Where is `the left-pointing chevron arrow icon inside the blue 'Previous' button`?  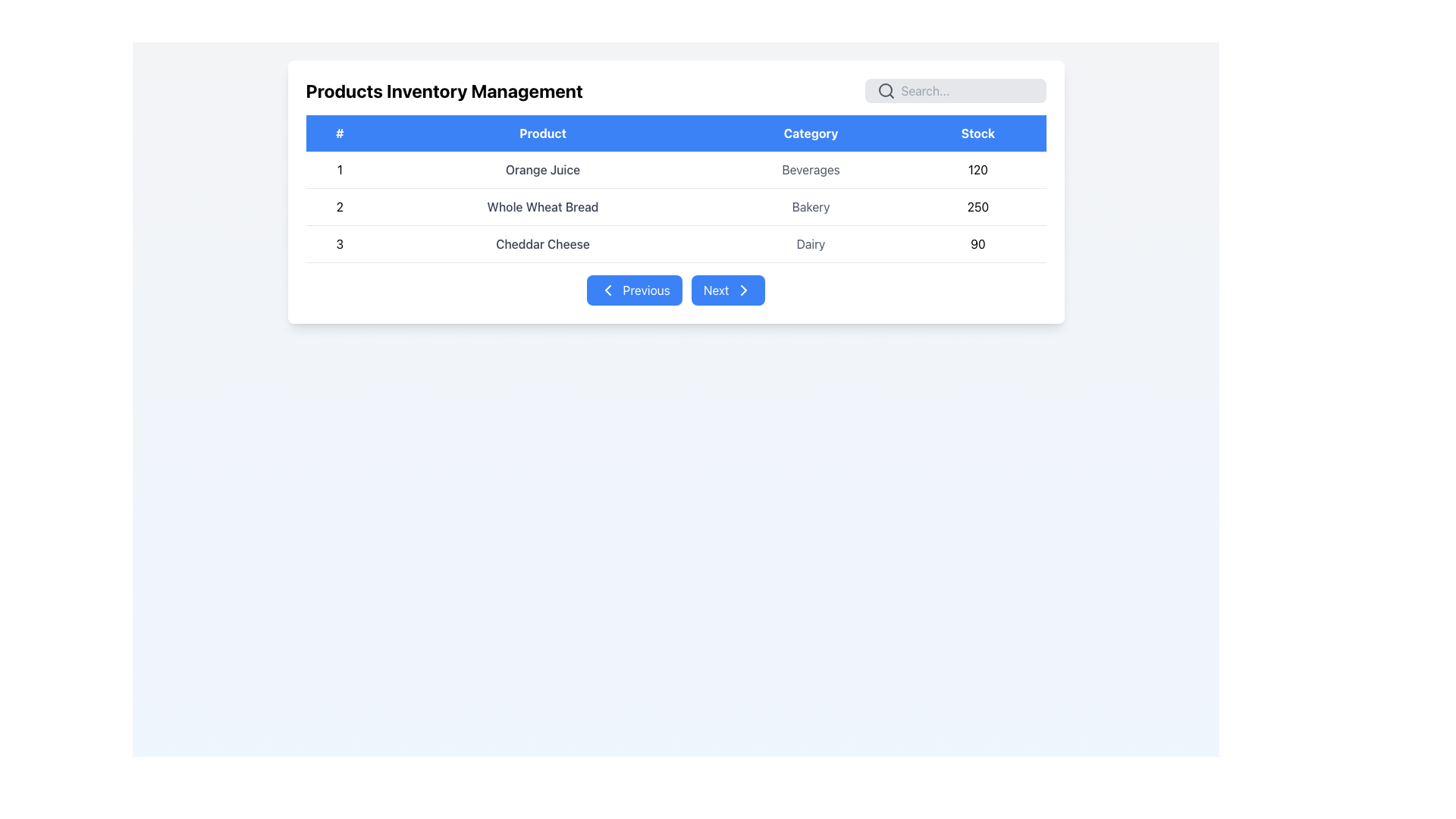
the left-pointing chevron arrow icon inside the blue 'Previous' button is located at coordinates (607, 290).